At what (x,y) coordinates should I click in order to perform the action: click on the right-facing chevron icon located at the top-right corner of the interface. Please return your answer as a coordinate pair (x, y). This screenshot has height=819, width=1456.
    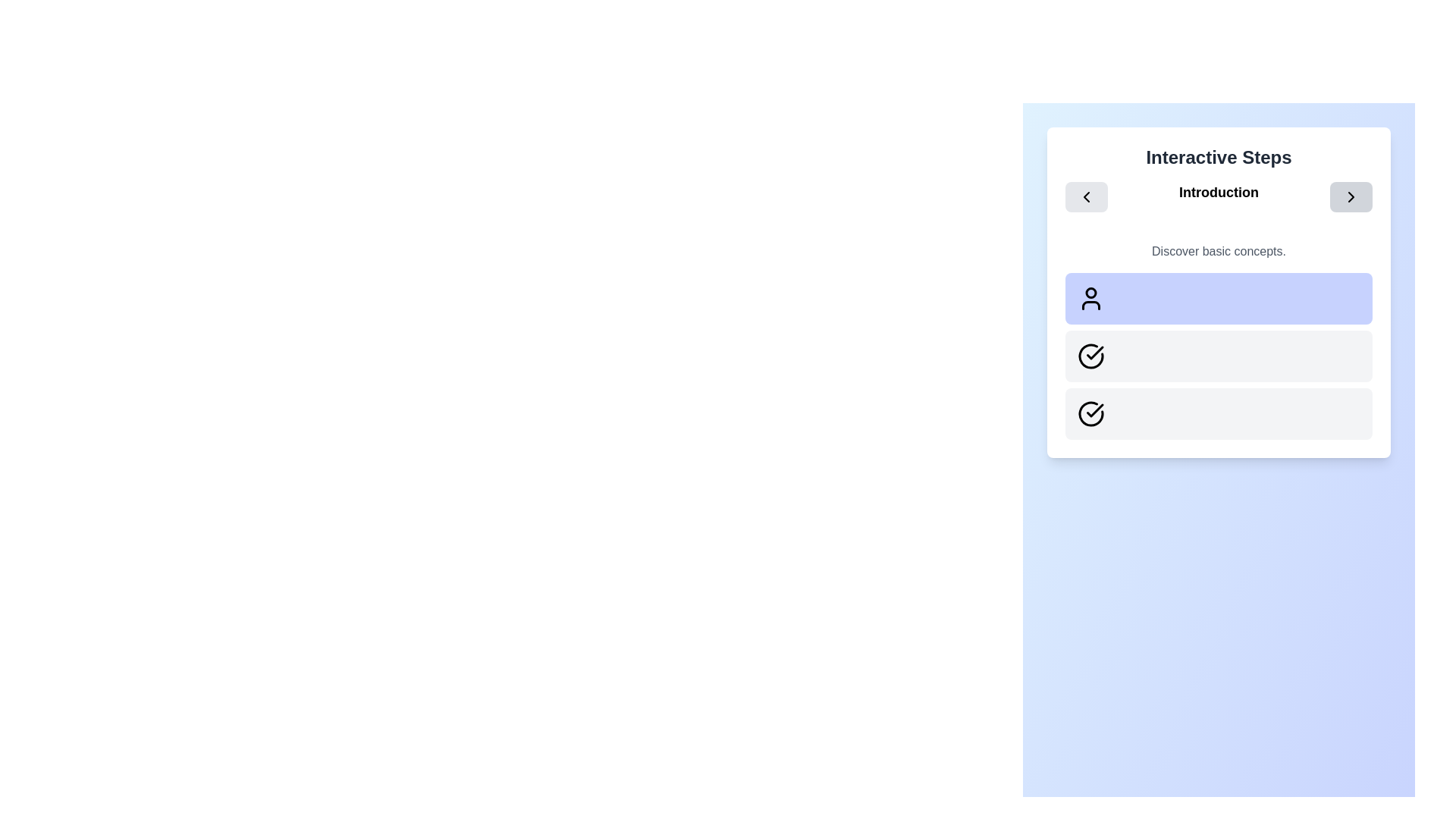
    Looking at the image, I should click on (1351, 196).